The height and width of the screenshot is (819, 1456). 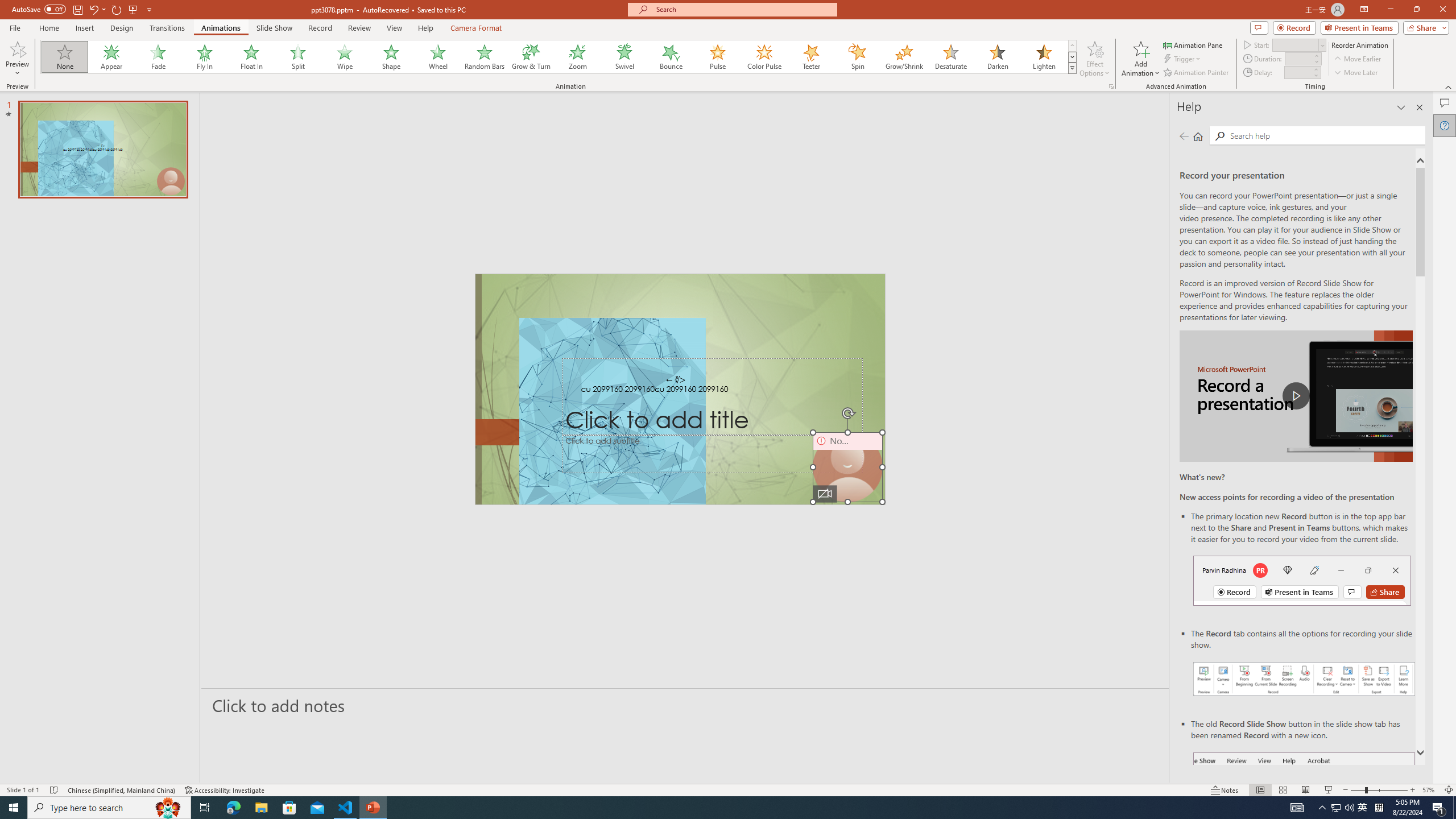 I want to click on 'Random Bars', so click(x=484, y=56).